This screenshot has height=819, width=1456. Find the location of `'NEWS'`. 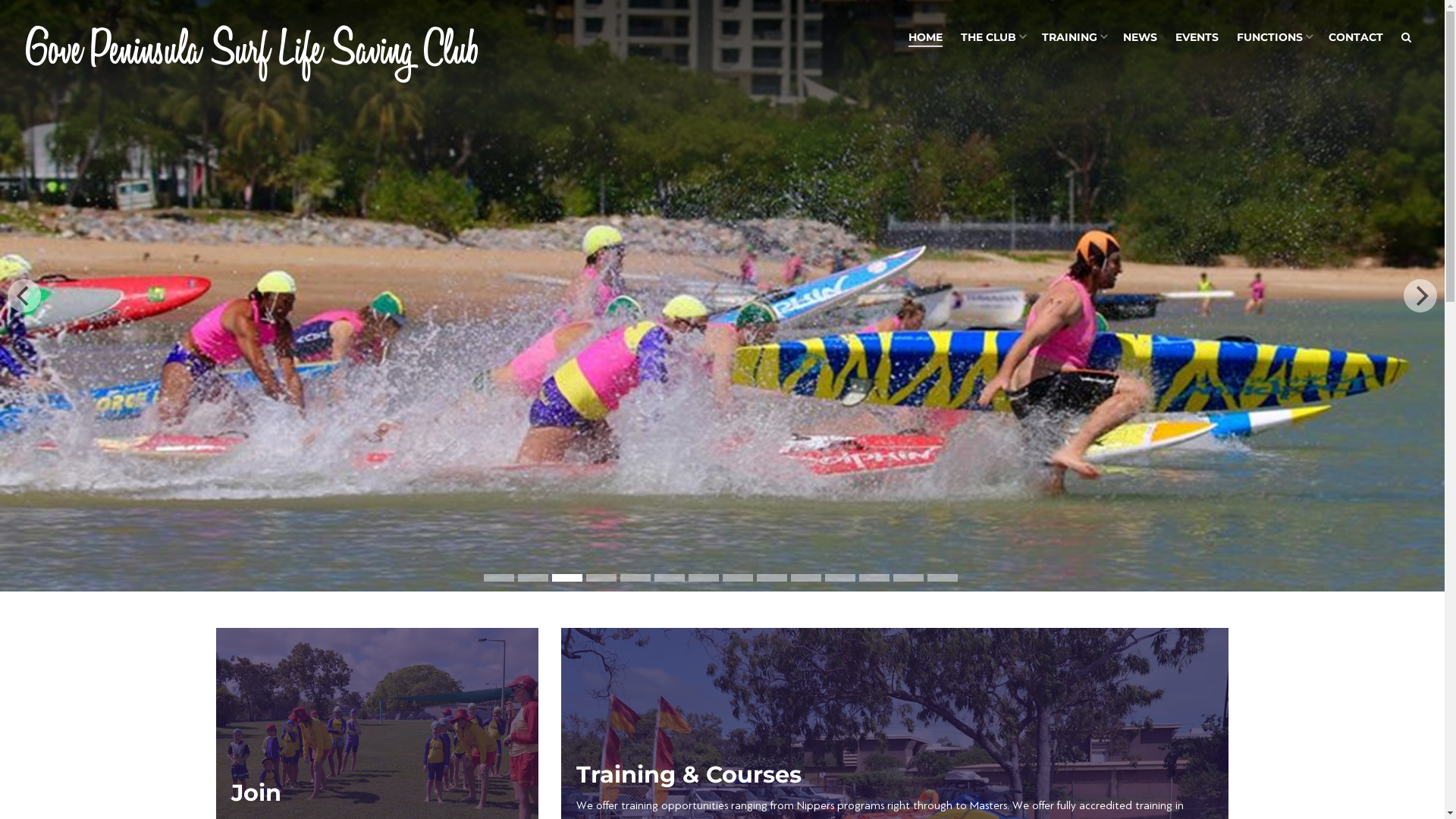

'NEWS' is located at coordinates (1140, 36).